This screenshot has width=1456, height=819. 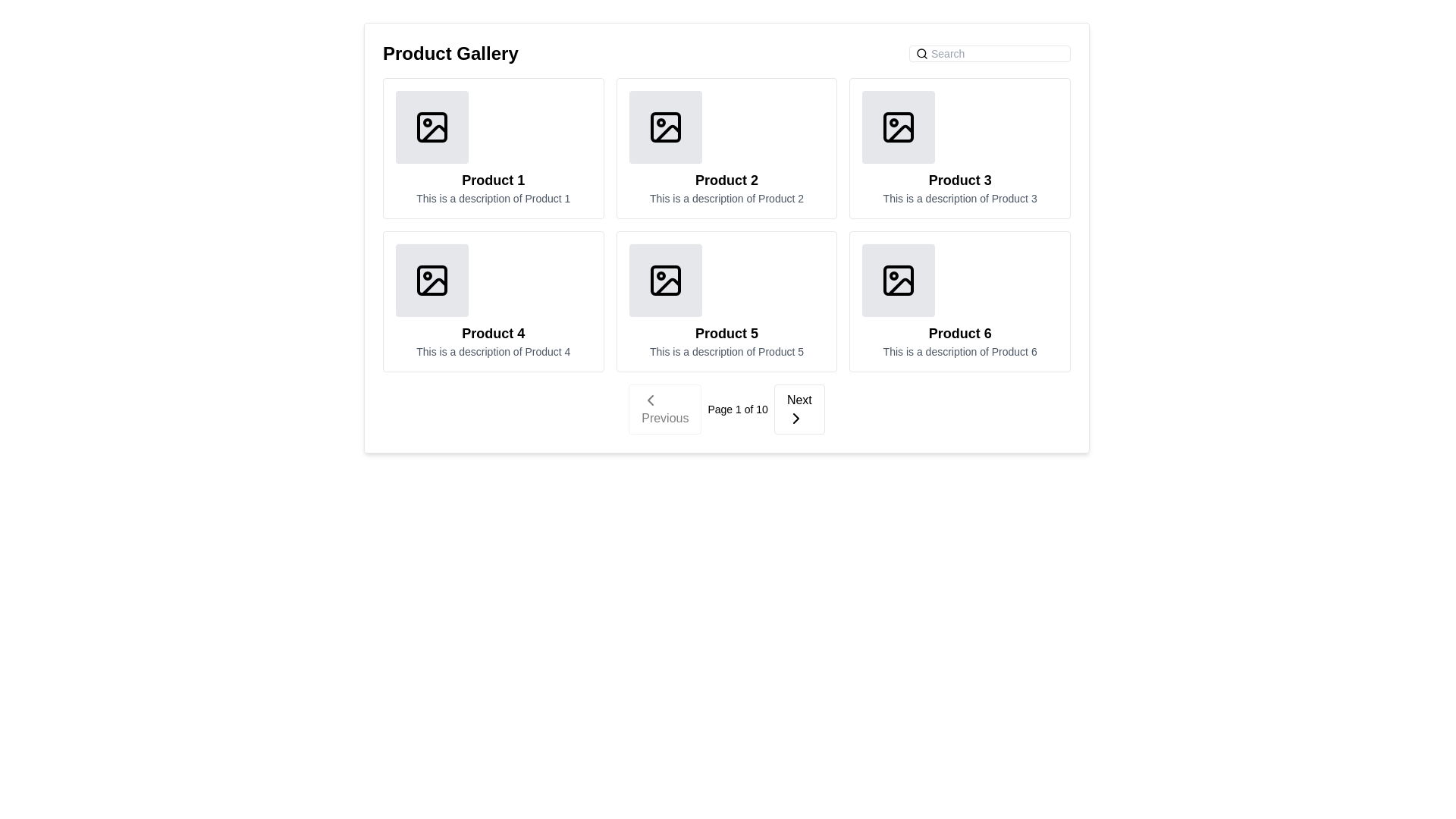 I want to click on the description text for 'Product 4' located beneath its title within the product card, so click(x=493, y=351).